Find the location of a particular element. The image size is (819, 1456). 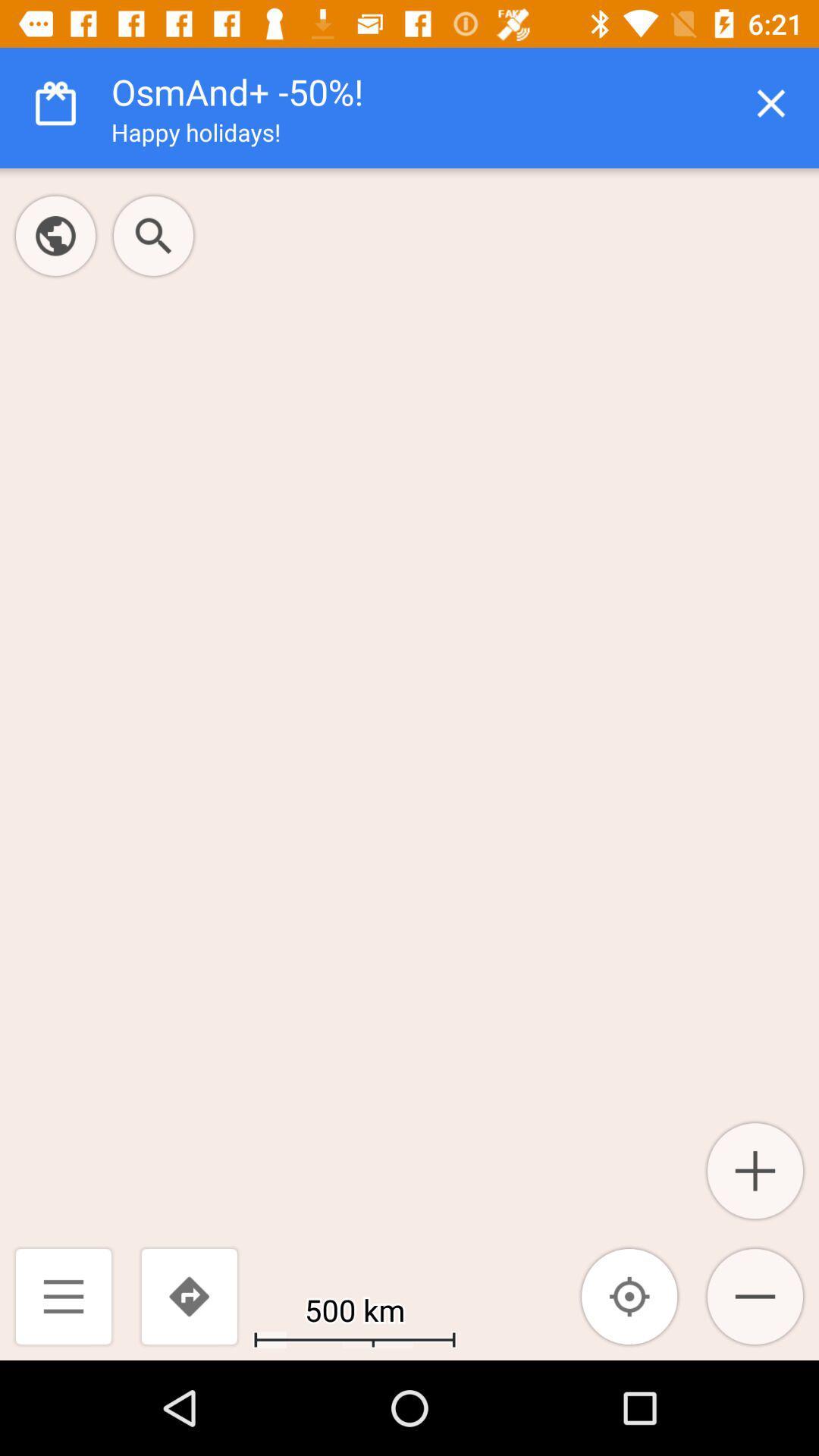

the item next to the 500 km icon is located at coordinates (188, 1295).